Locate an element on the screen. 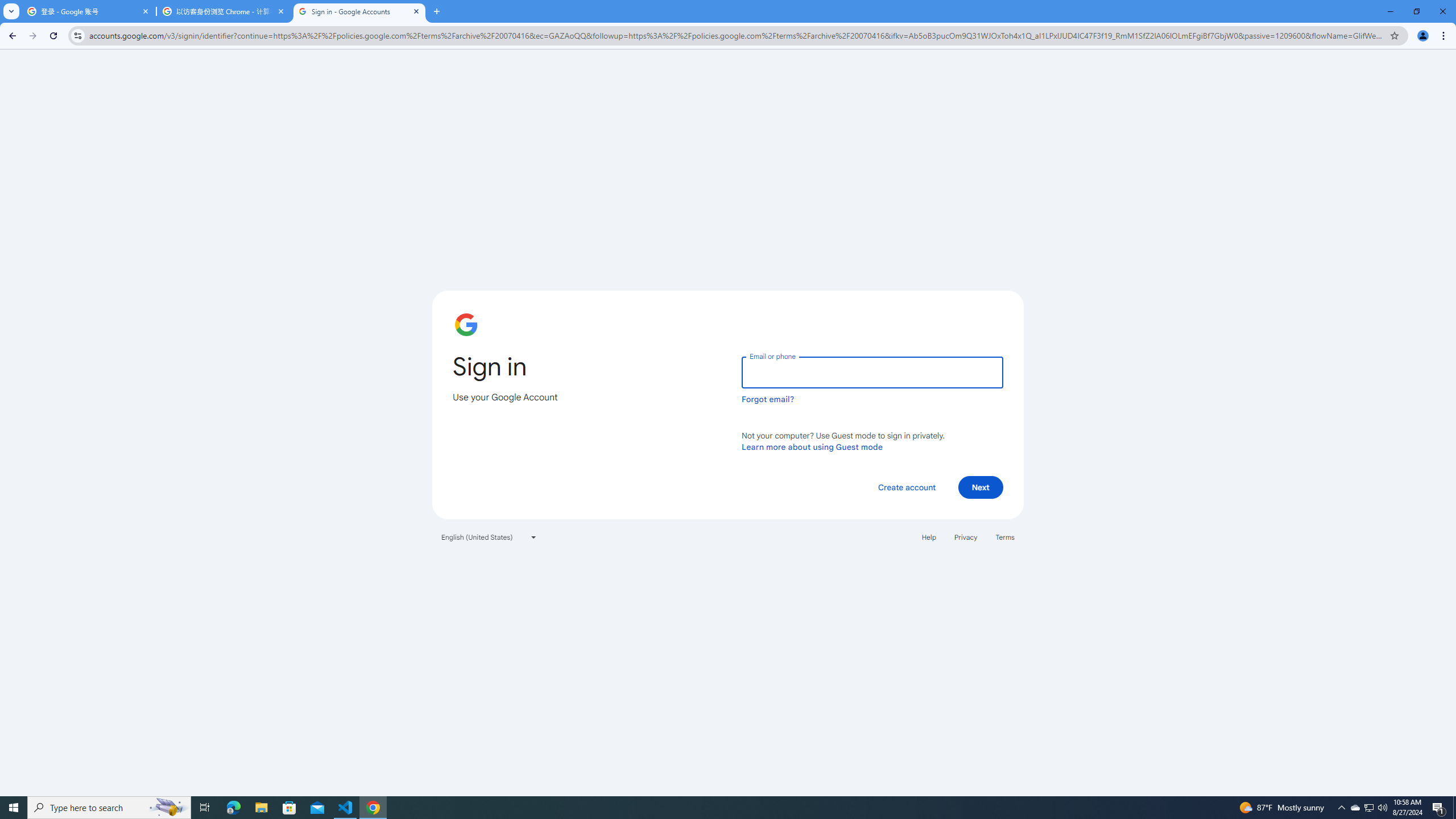 The width and height of the screenshot is (1456, 819). 'Create account' is located at coordinates (906, 486).